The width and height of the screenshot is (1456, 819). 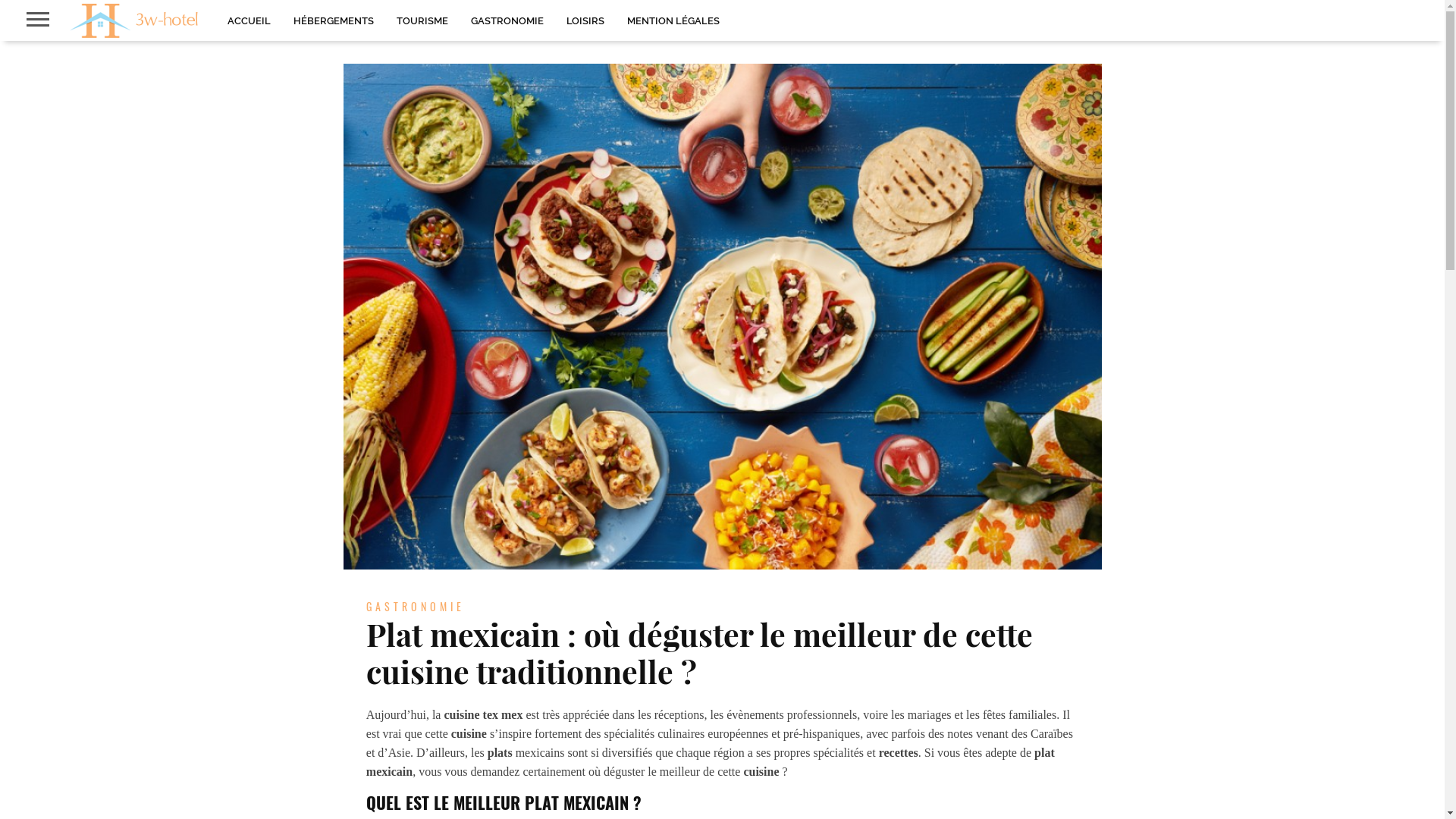 I want to click on 'TOURISME', so click(x=385, y=20).